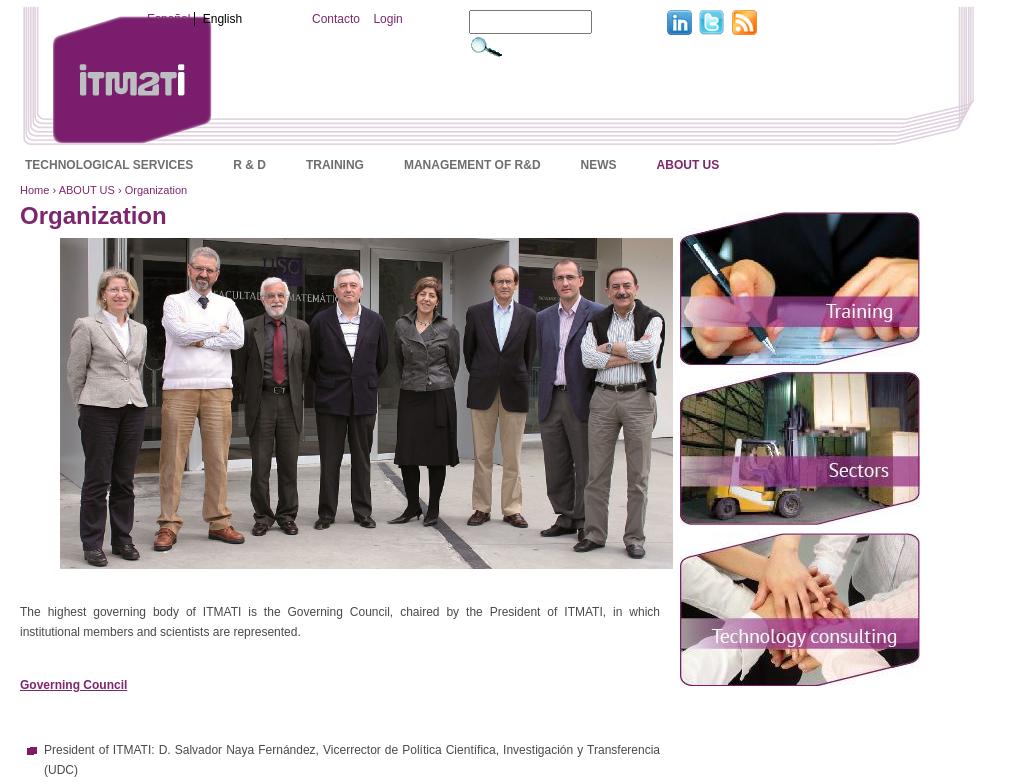  What do you see at coordinates (403, 163) in the screenshot?
I see `'MANAGEMENT OF R&D'` at bounding box center [403, 163].